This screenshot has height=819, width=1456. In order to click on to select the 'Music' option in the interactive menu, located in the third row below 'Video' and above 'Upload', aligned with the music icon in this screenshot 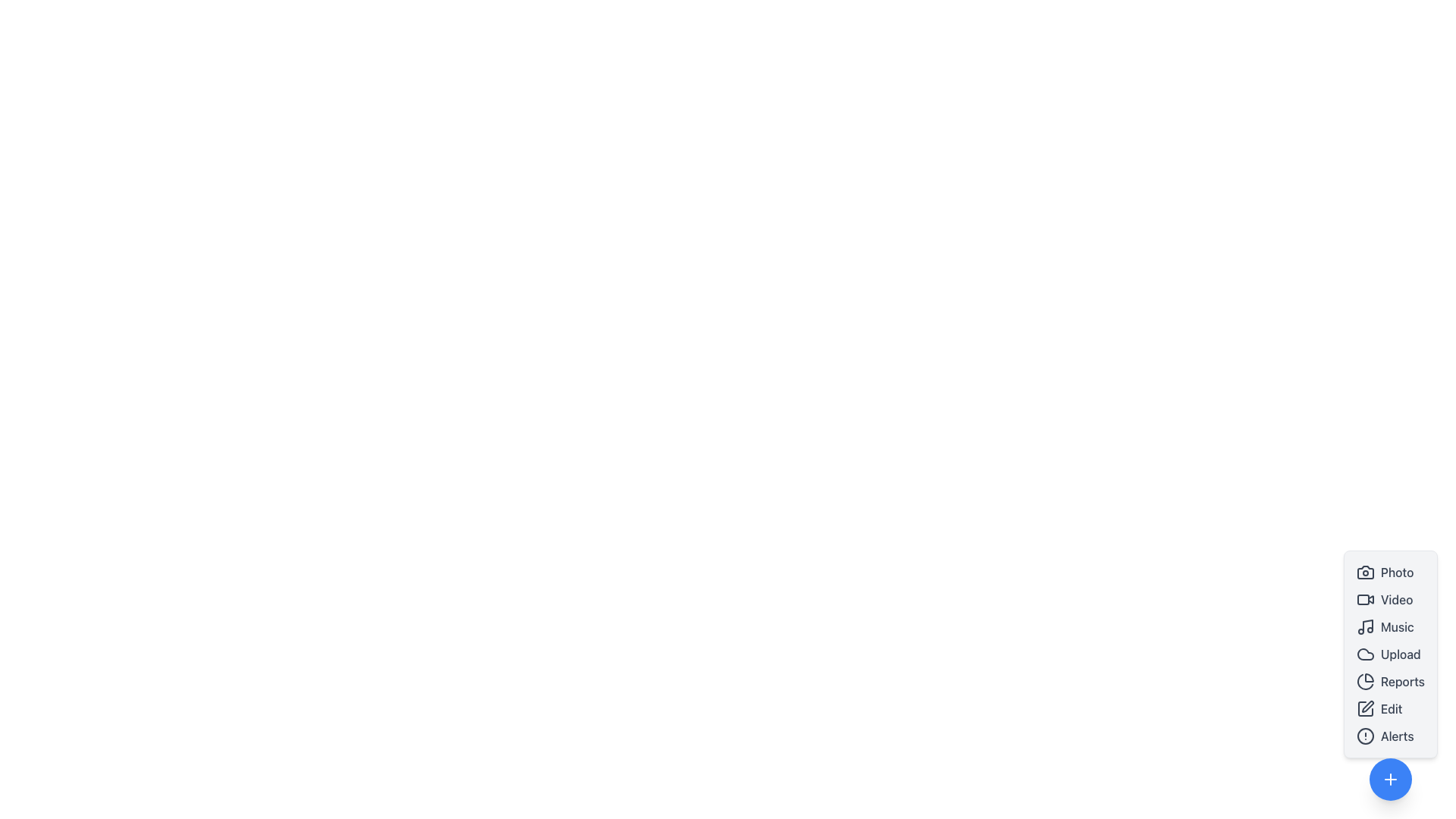, I will do `click(1396, 626)`.